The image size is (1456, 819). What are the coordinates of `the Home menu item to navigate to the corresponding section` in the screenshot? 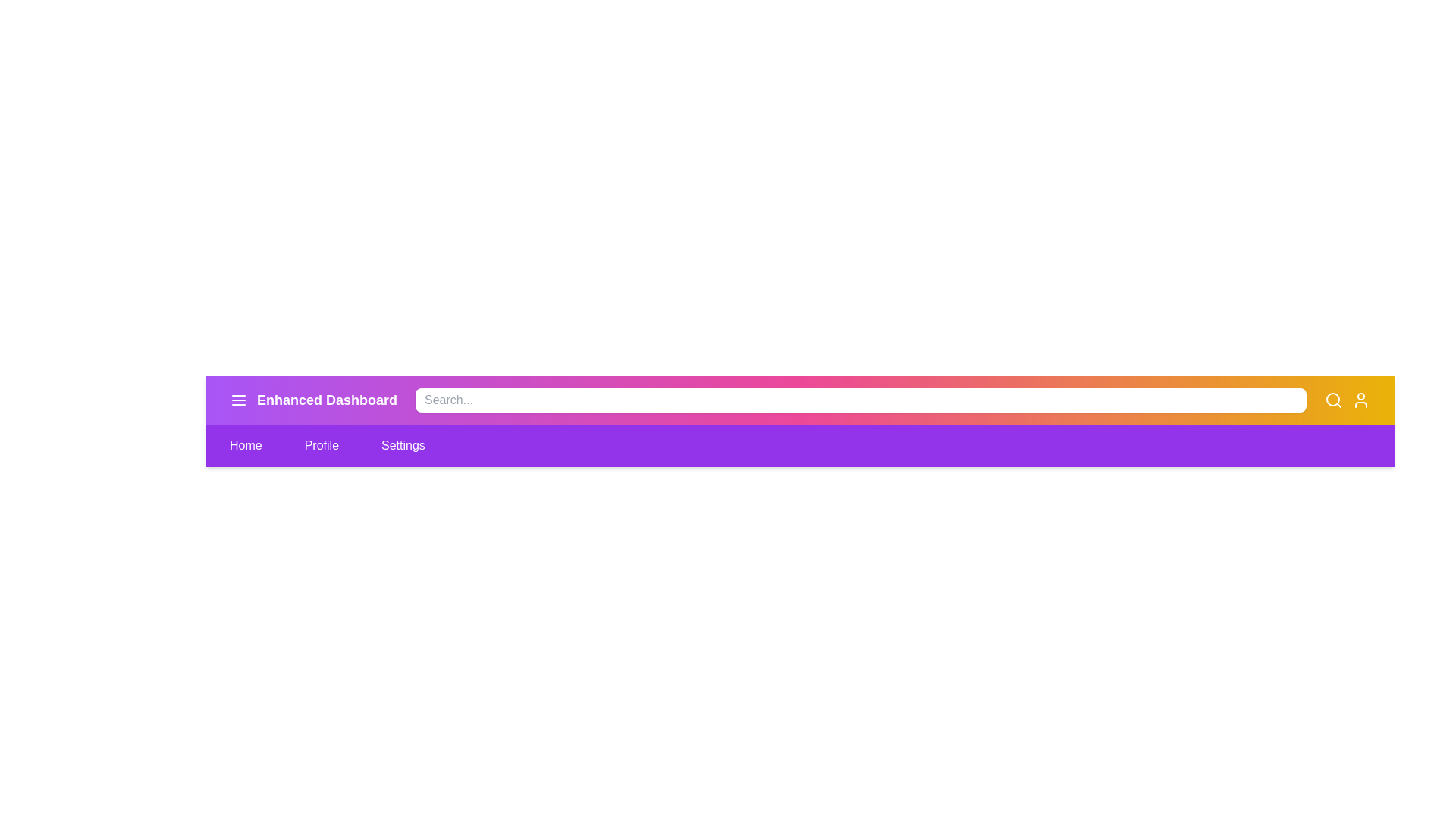 It's located at (246, 444).